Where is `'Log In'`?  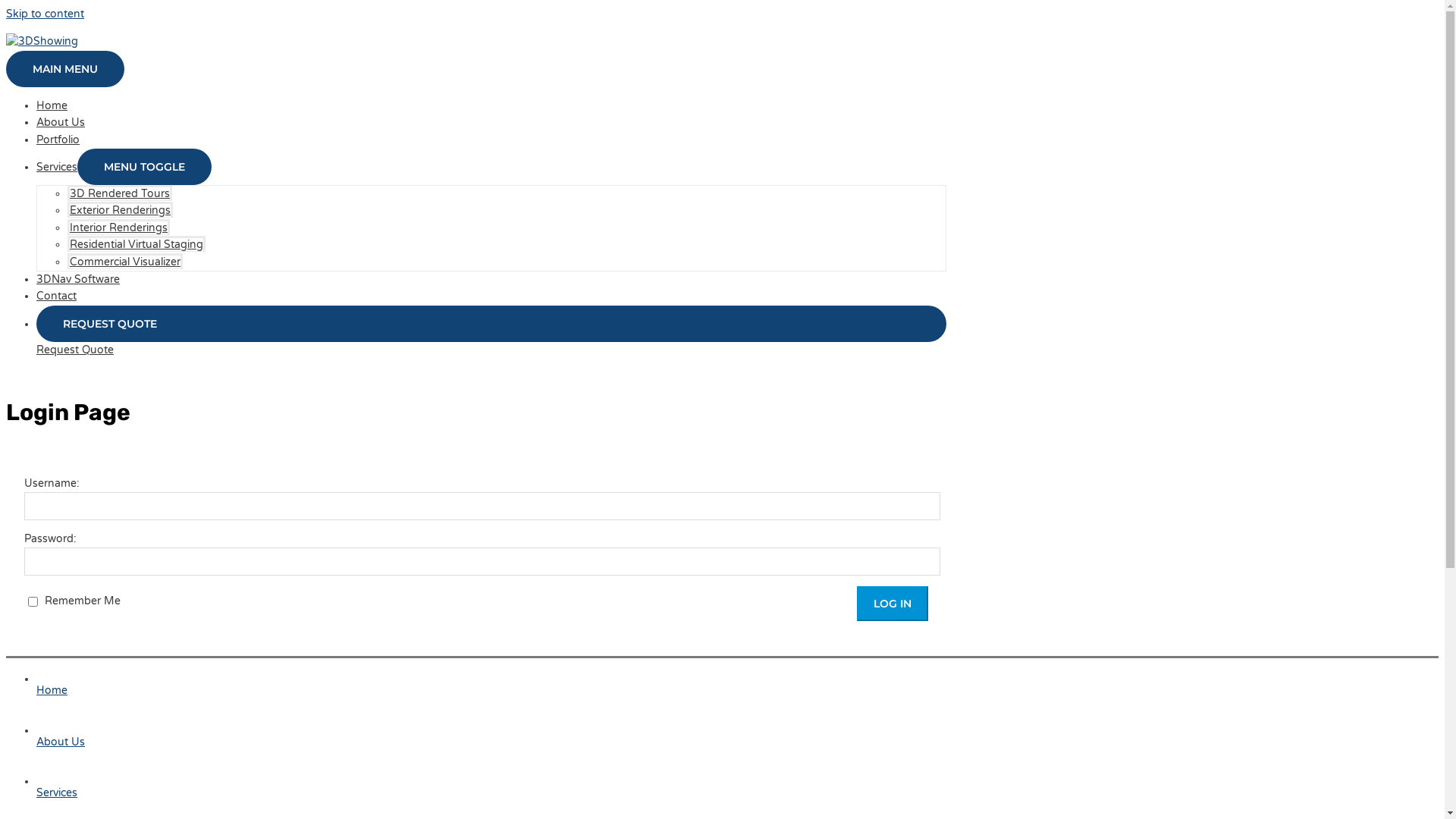 'Log In' is located at coordinates (892, 602).